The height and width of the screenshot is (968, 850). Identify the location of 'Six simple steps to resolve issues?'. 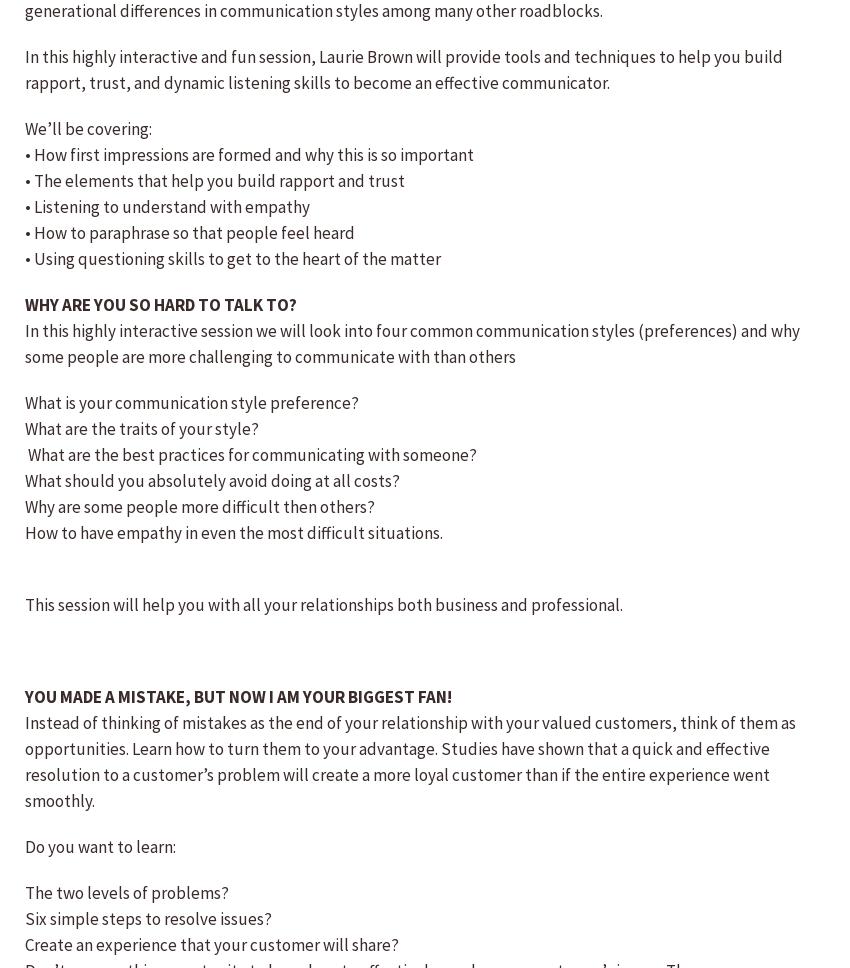
(148, 919).